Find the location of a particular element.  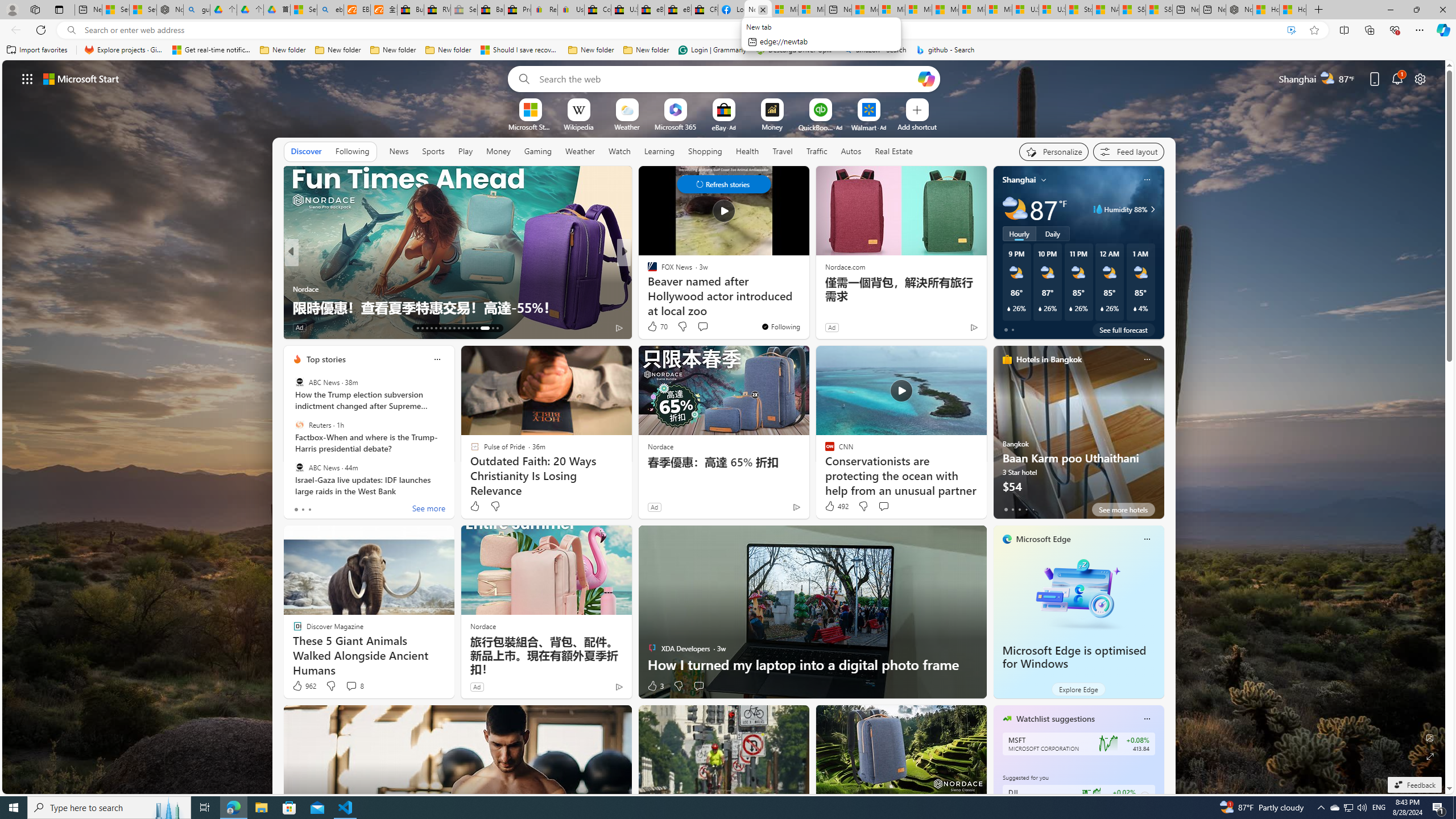

'29 Like' is located at coordinates (652, 327).